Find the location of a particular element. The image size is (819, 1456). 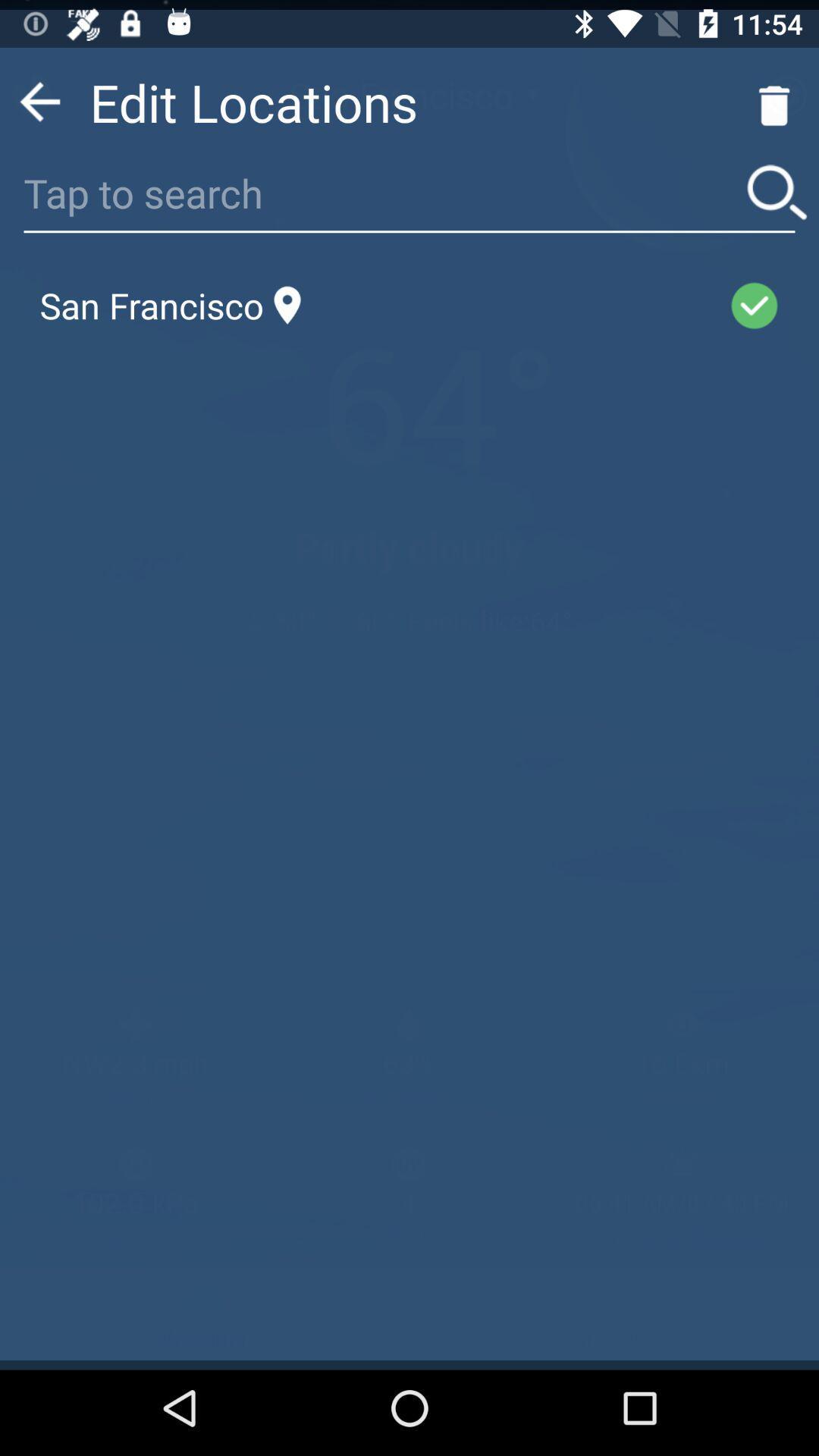

the search icon is located at coordinates (777, 182).